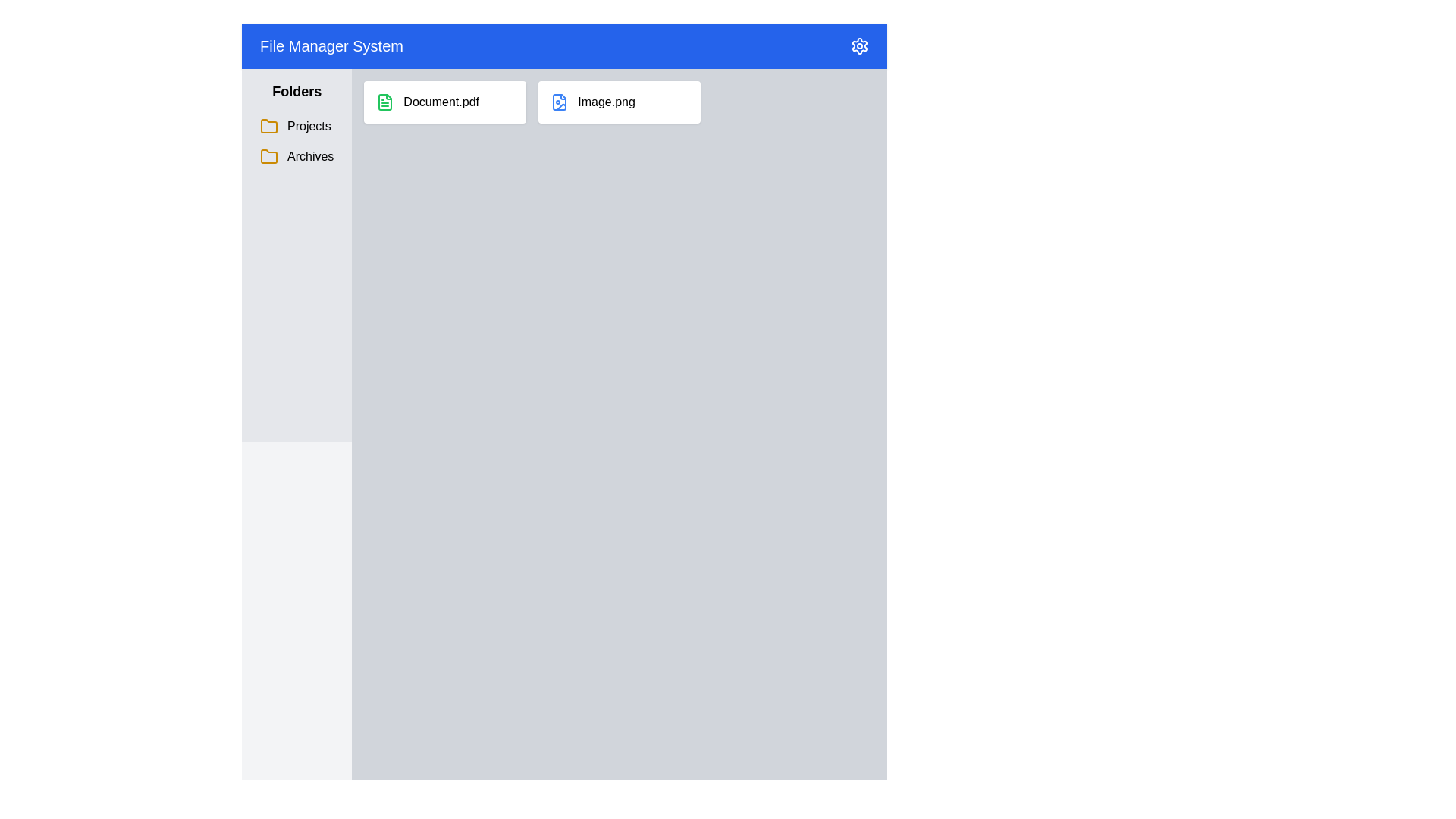  Describe the element at coordinates (297, 125) in the screenshot. I see `the first navigational item 'Projects' under the 'Folders' section` at that location.